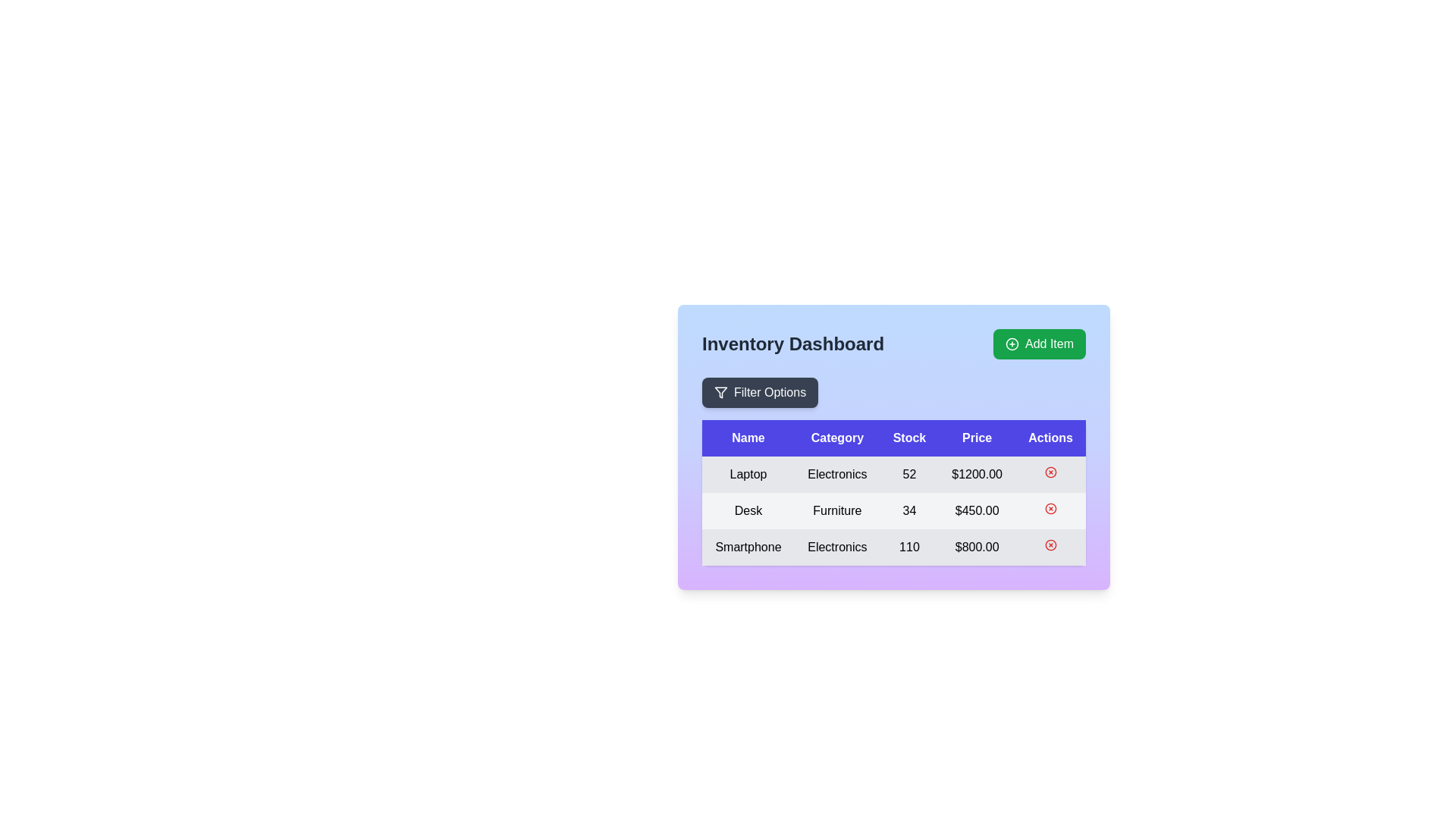 This screenshot has width=1456, height=819. Describe the element at coordinates (894, 511) in the screenshot. I see `the second row of the inventory table, which summarizes details about an item` at that location.